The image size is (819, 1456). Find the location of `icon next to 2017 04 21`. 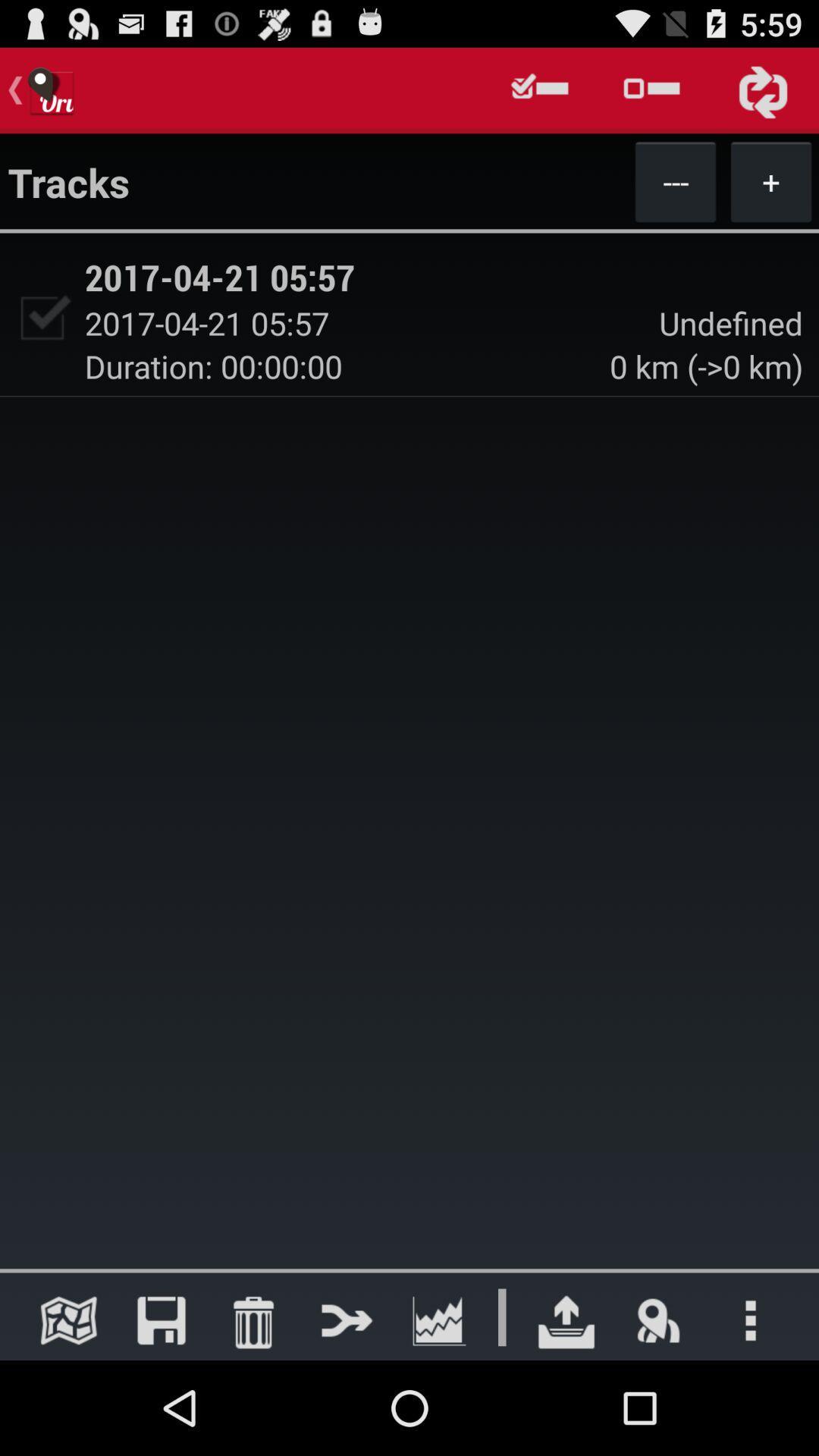

icon next to 2017 04 21 is located at coordinates (41, 317).